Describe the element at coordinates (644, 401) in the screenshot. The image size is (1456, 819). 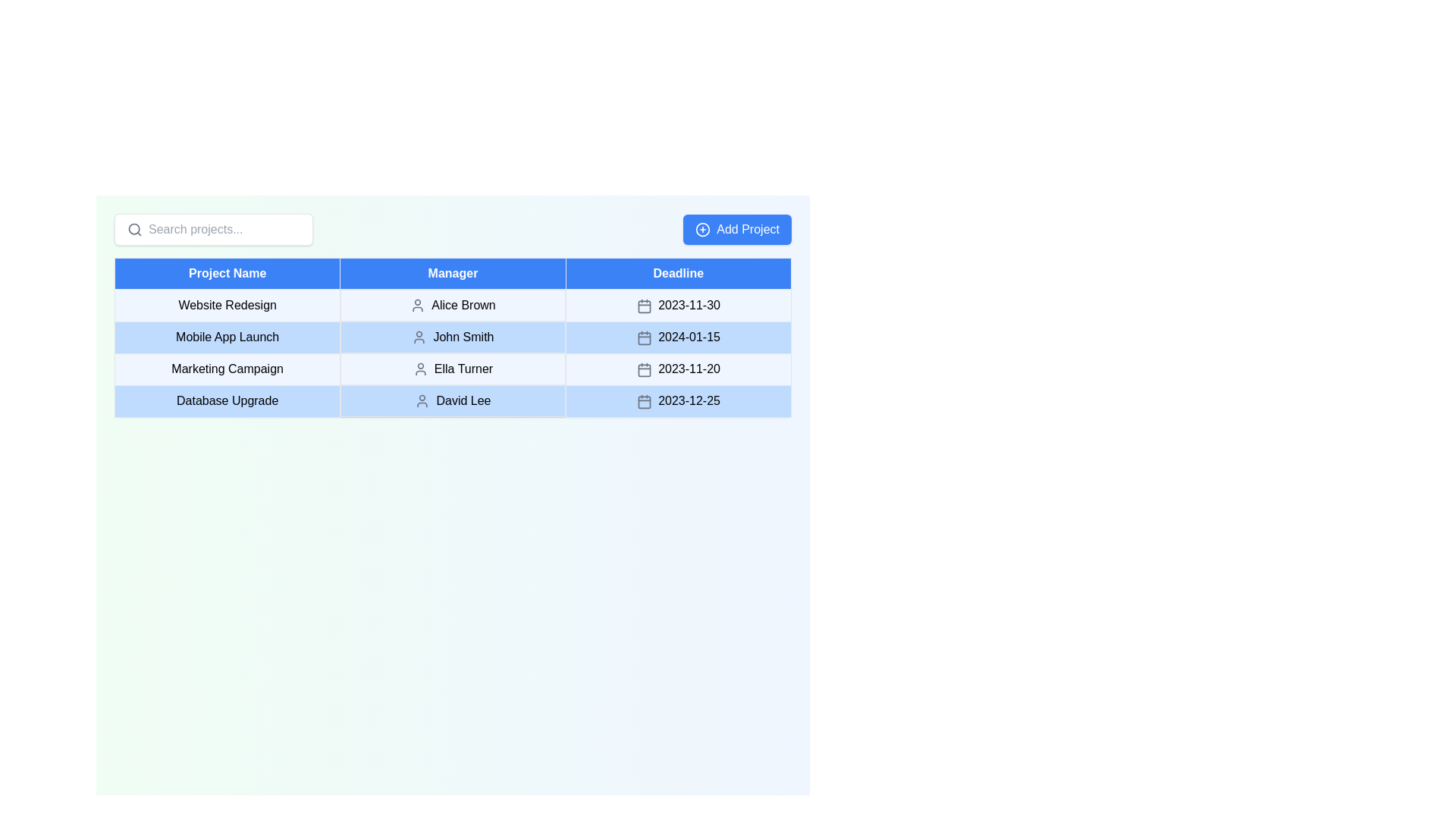
I see `the calendar icon in the 'Deadline' column of the last row, which is styled with a thin outline and rounded edges, located to the left of the date '2023-12-25'` at that location.